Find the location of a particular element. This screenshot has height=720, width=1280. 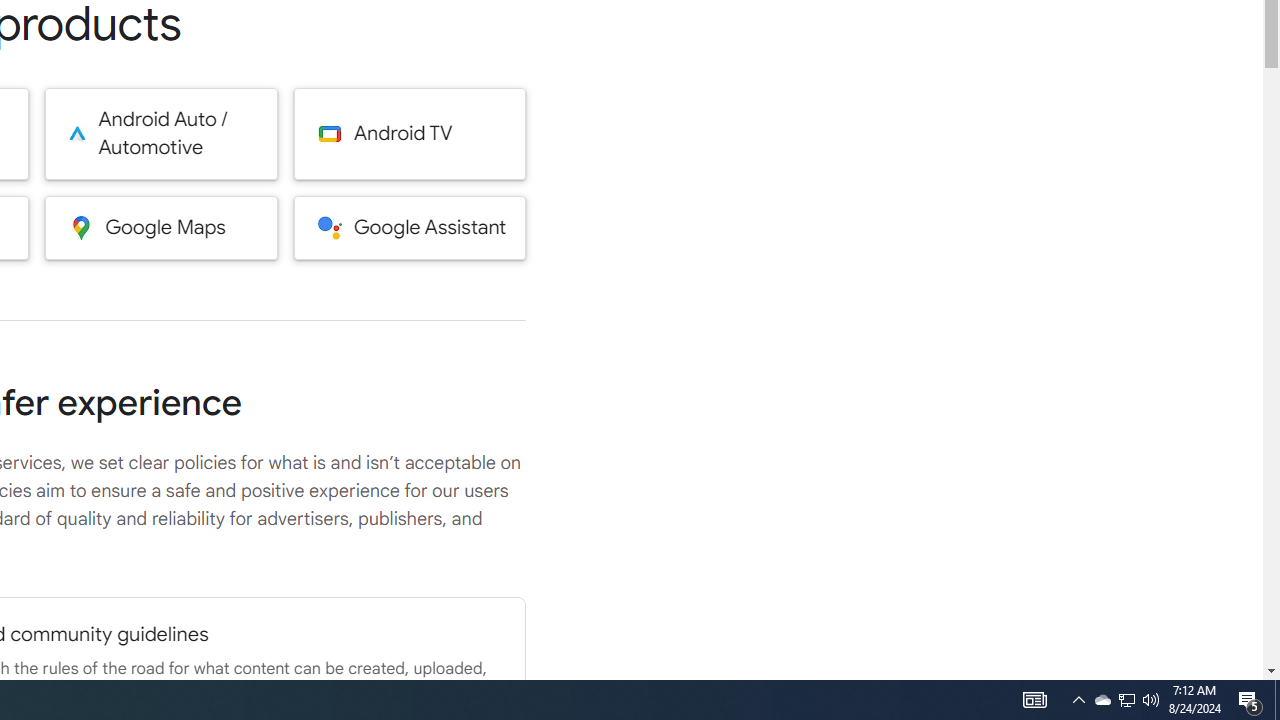

'Google Assistant' is located at coordinates (409, 226).